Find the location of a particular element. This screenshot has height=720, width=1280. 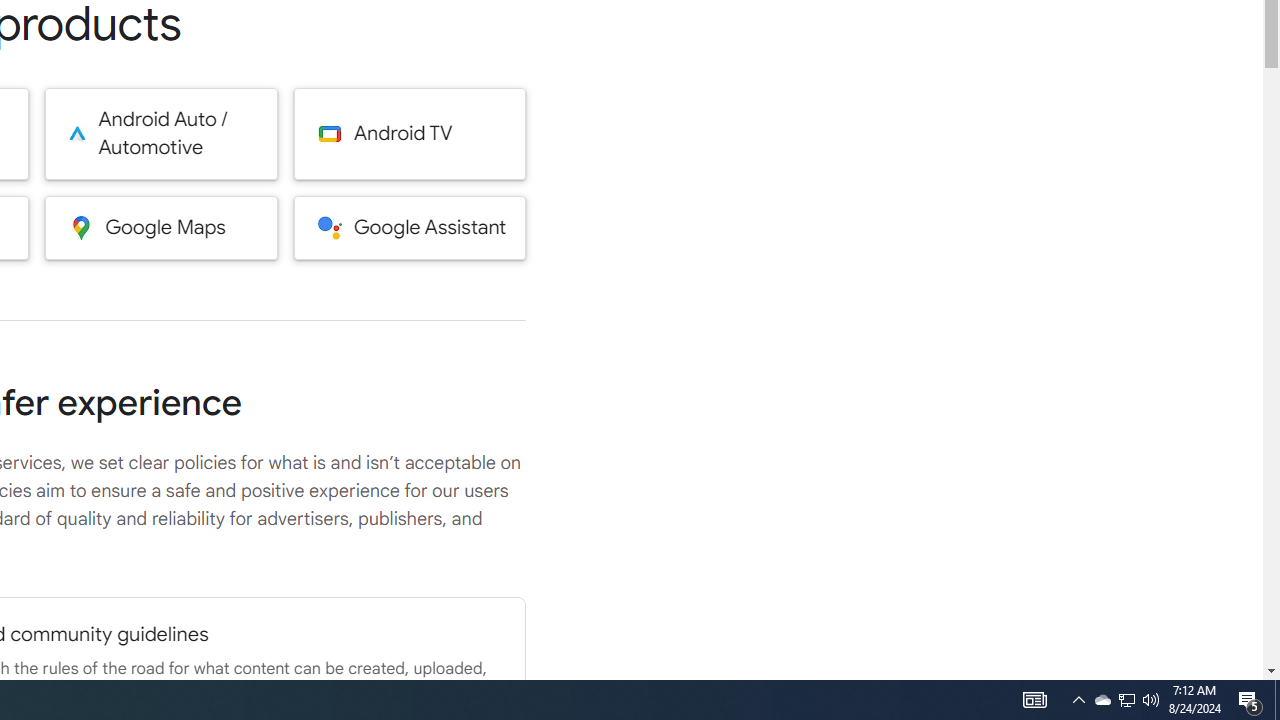

'Google Assistant' is located at coordinates (409, 226).